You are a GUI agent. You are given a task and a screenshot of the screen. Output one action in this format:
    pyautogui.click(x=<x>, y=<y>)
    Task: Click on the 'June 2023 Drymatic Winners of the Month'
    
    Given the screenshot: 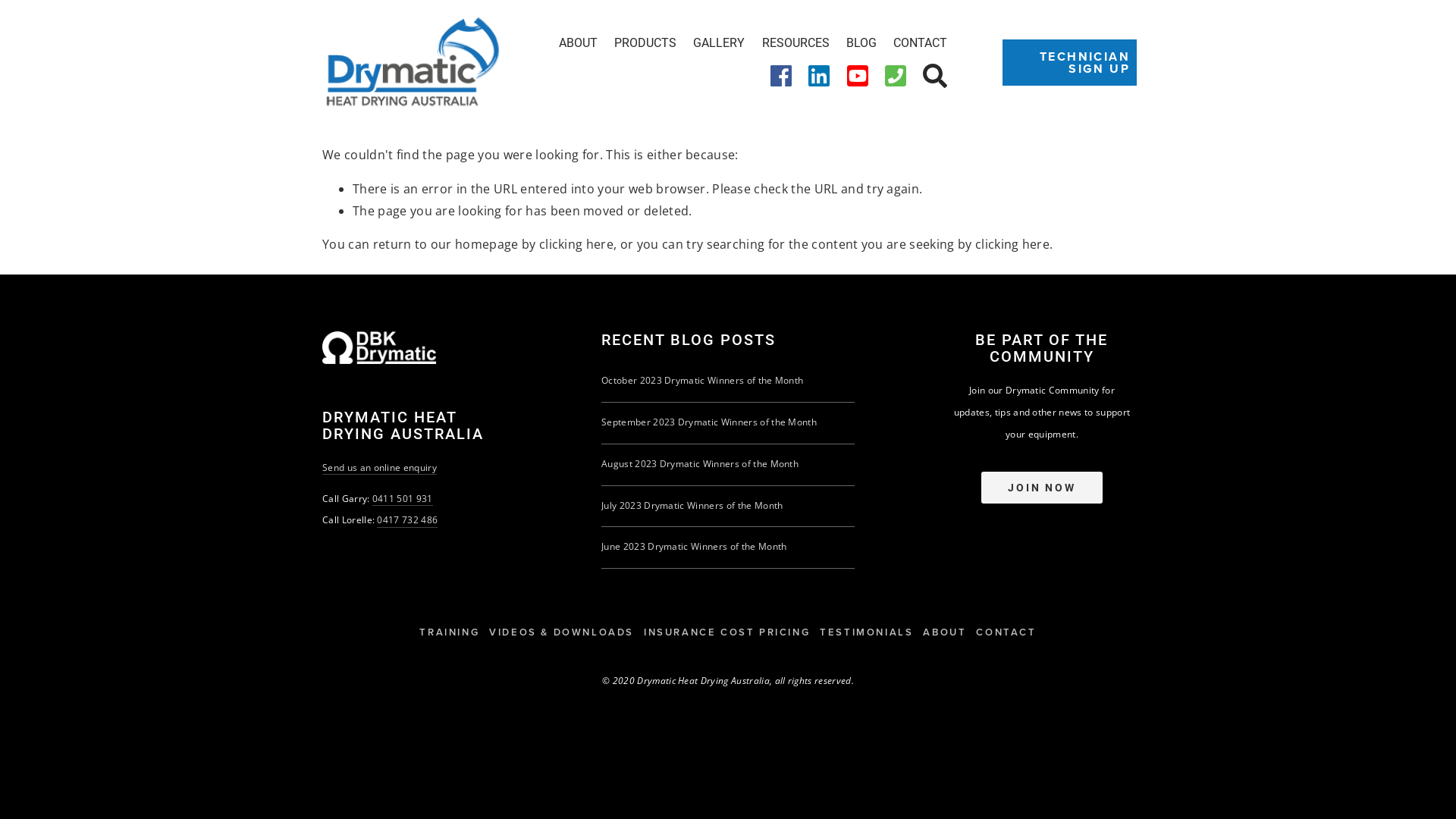 What is the action you would take?
    pyautogui.click(x=600, y=546)
    